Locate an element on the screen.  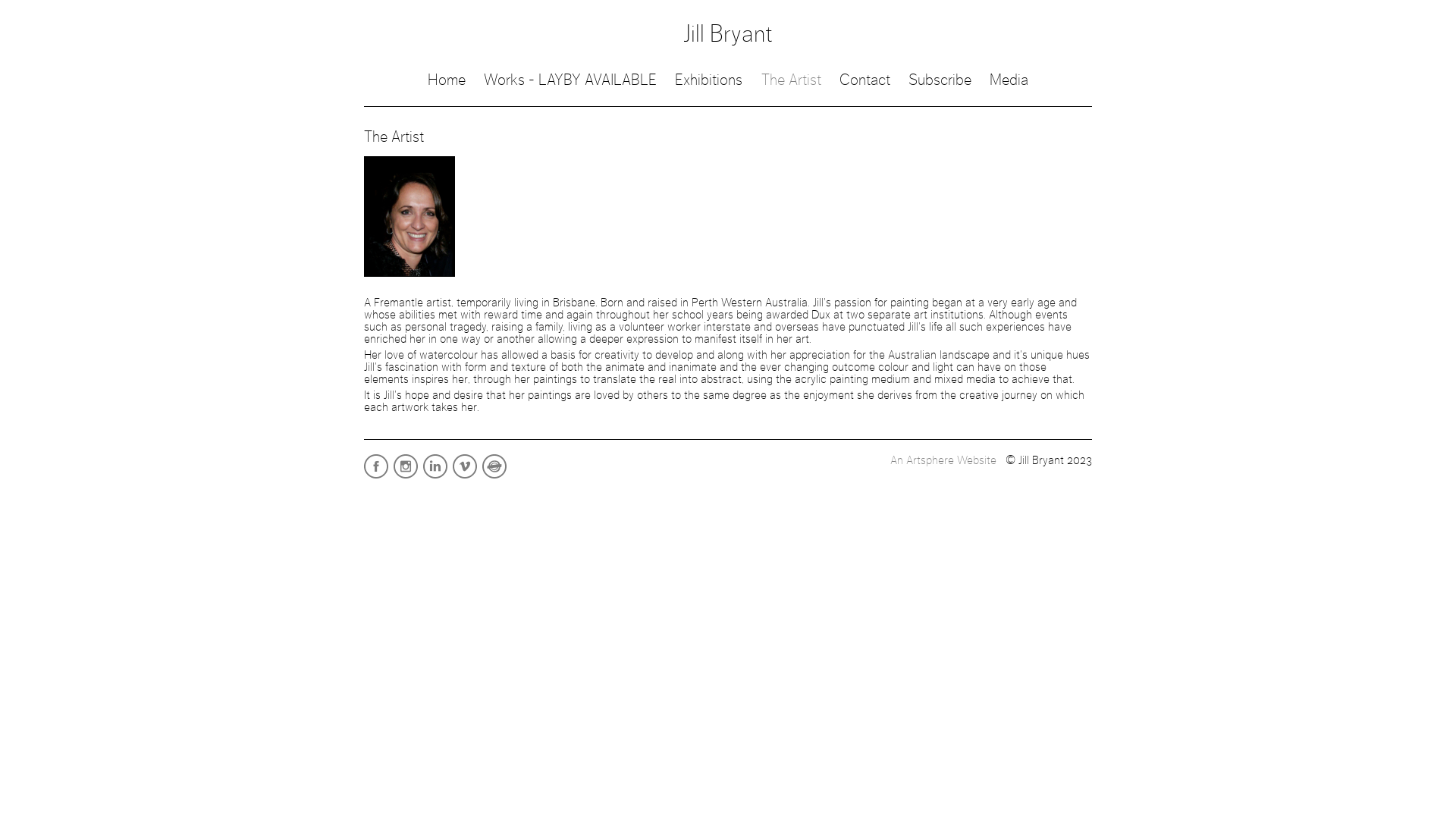
'Contact' is located at coordinates (839, 80).